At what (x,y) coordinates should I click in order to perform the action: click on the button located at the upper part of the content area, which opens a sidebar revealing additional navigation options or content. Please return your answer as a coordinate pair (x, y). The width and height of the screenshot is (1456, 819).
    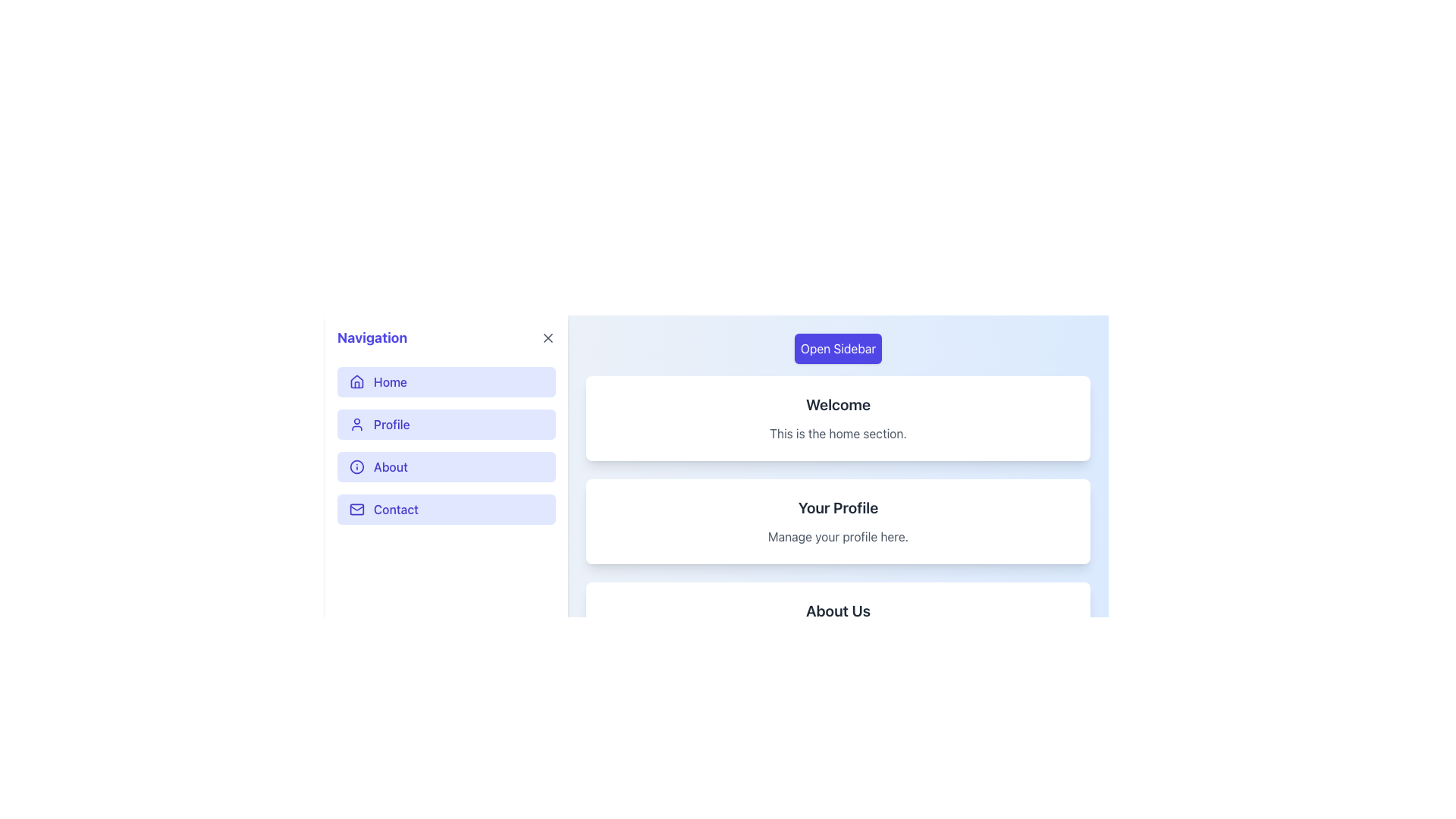
    Looking at the image, I should click on (837, 348).